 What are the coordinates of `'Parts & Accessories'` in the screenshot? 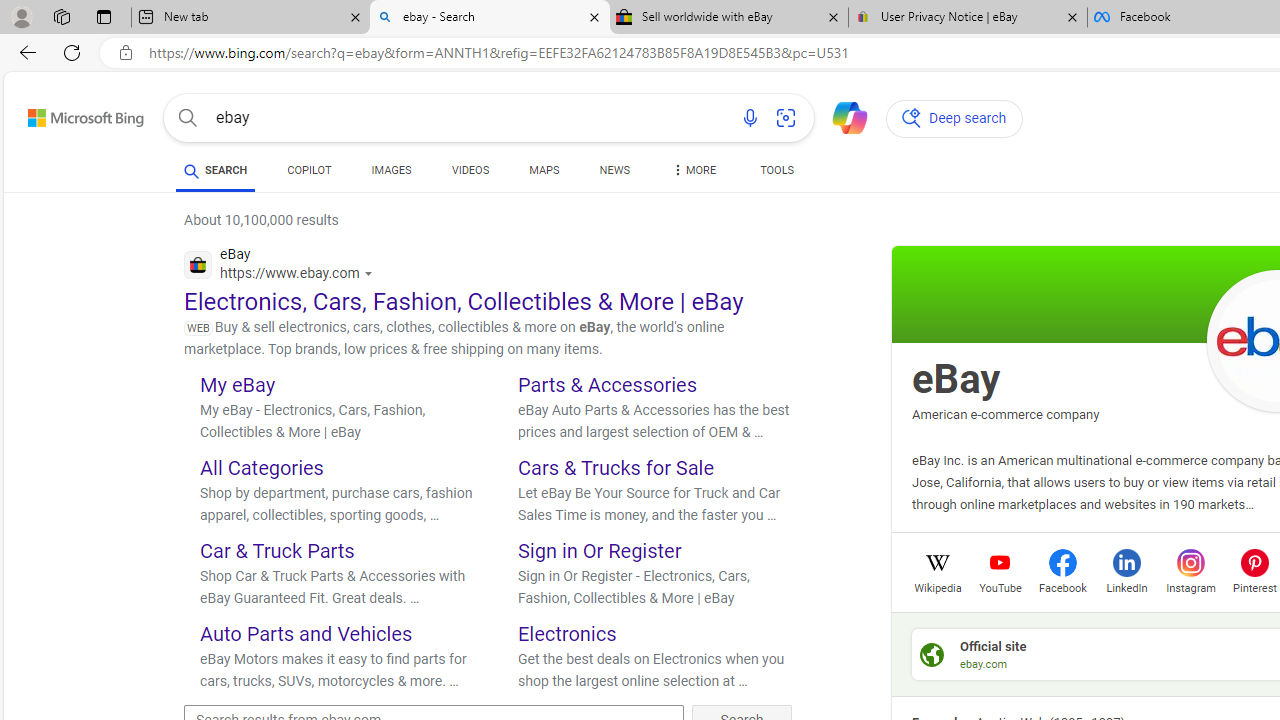 It's located at (607, 384).